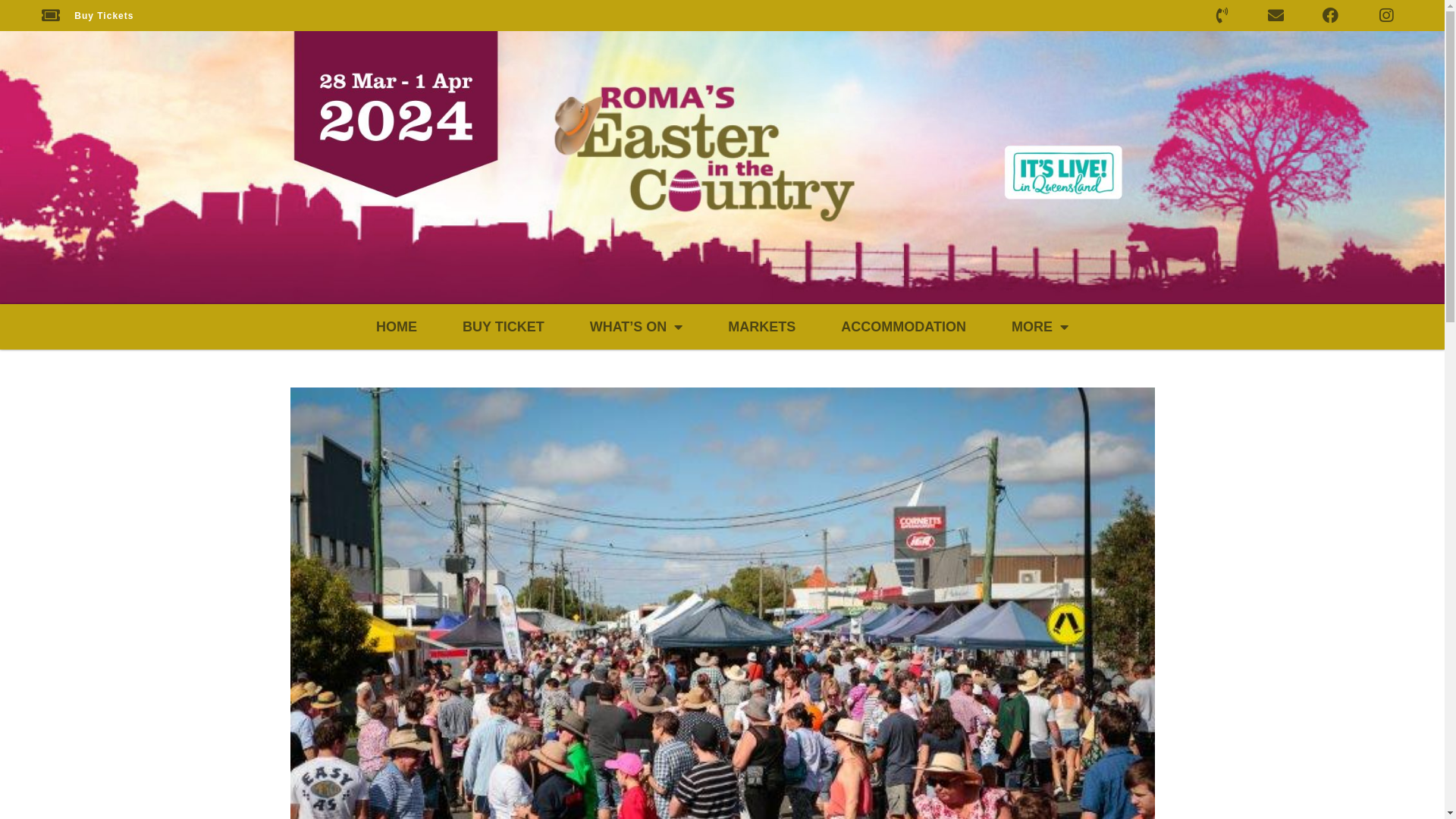 The image size is (1456, 819). Describe the element at coordinates (397, 326) in the screenshot. I see `'HOME'` at that location.